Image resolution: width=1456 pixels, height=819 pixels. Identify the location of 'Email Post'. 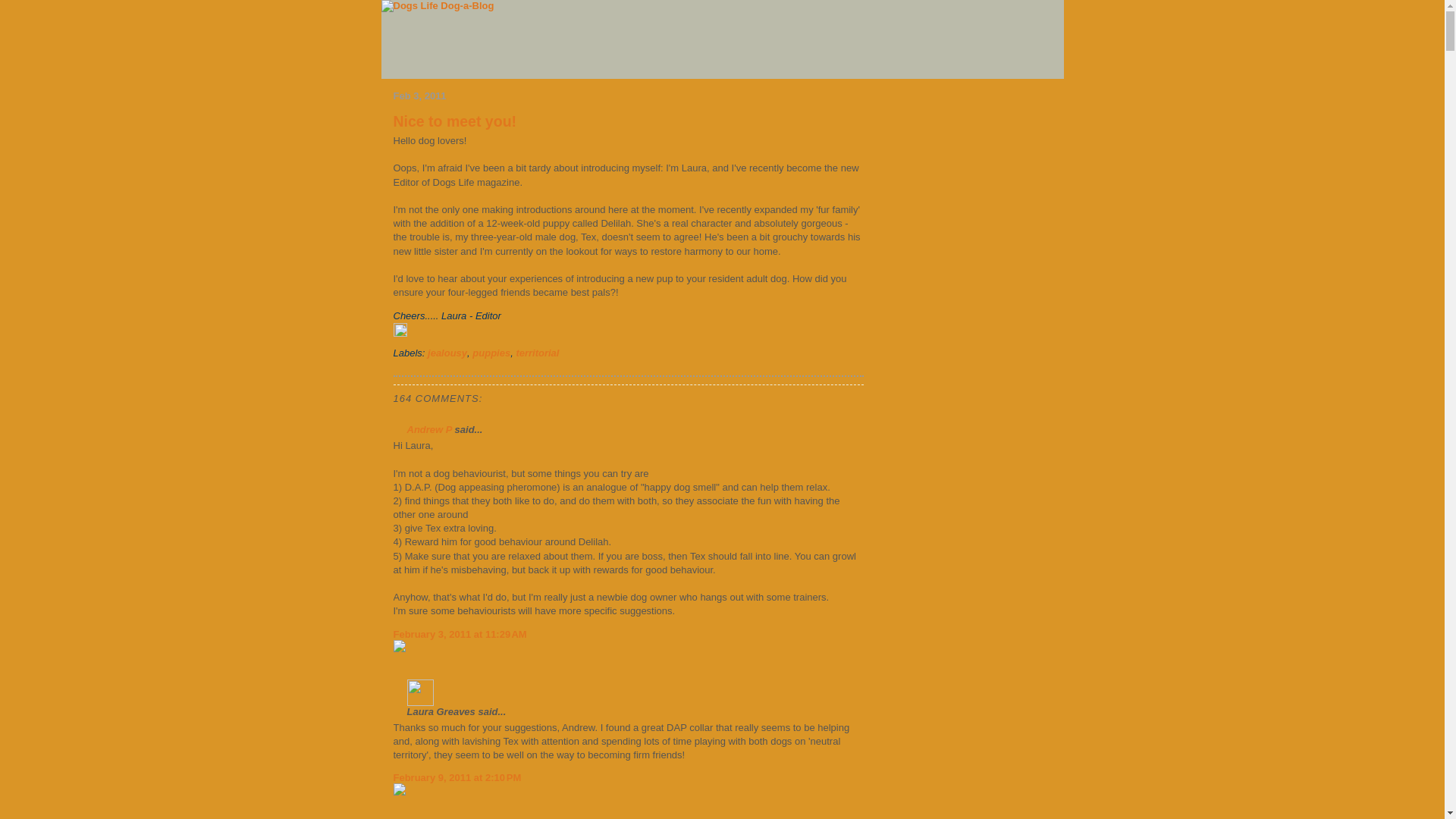
(505, 315).